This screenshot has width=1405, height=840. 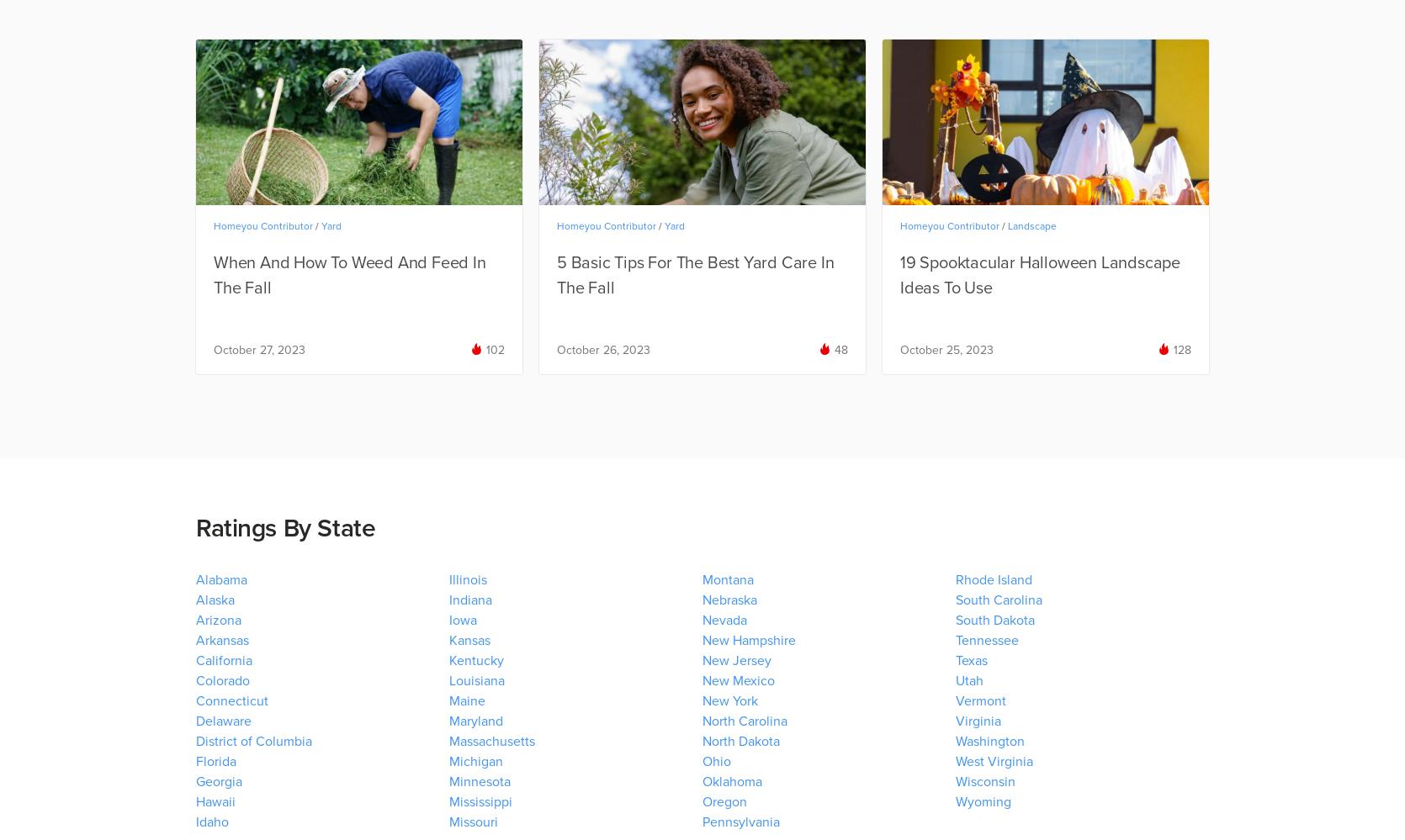 I want to click on 'Iowa', so click(x=463, y=619).